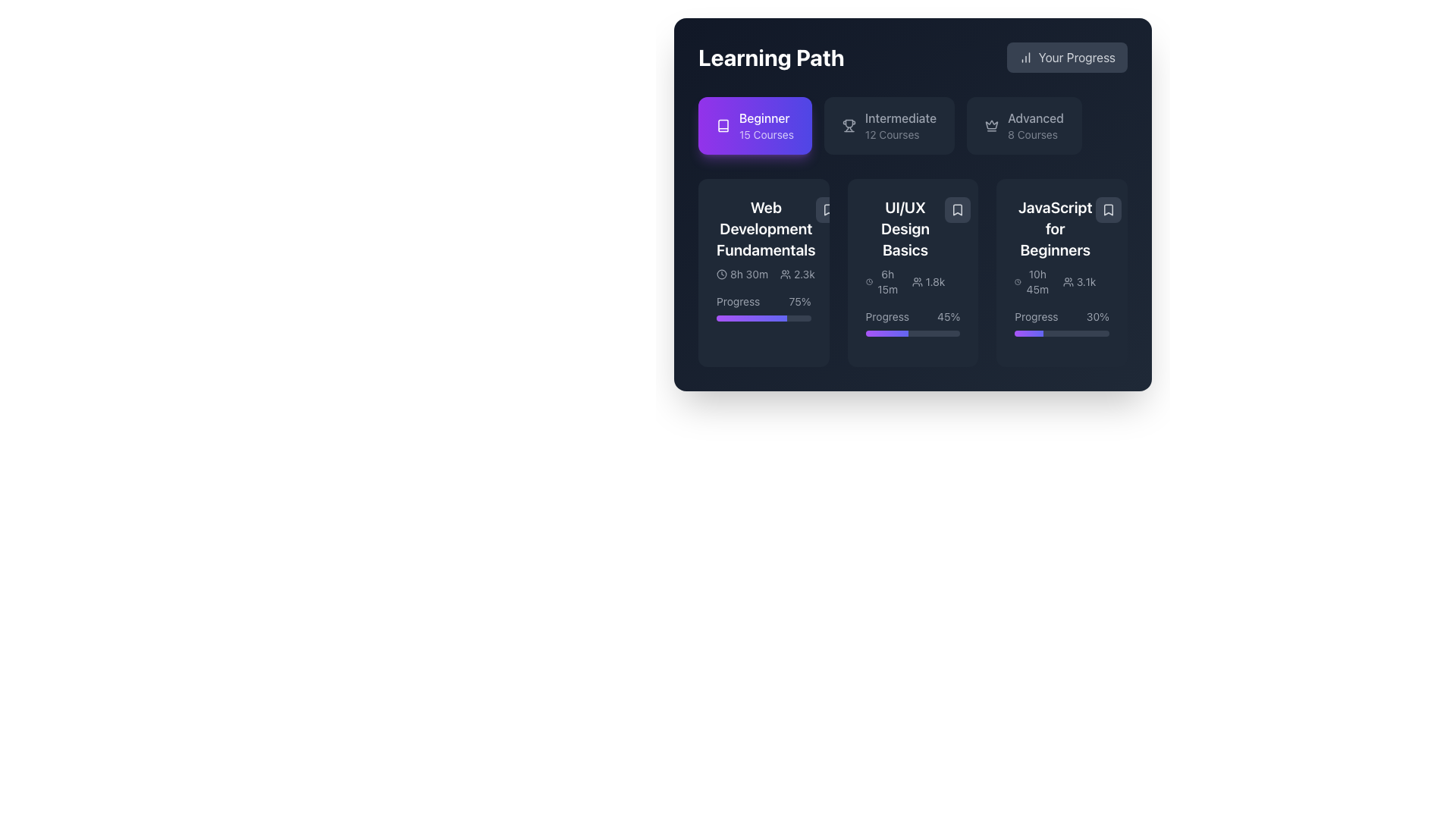 The image size is (1456, 819). Describe the element at coordinates (1018, 281) in the screenshot. I see `the small circular clock icon with a hollow outline, located to the left of the text '10h 45m' in the 'JavaScript for Beginners' card` at that location.